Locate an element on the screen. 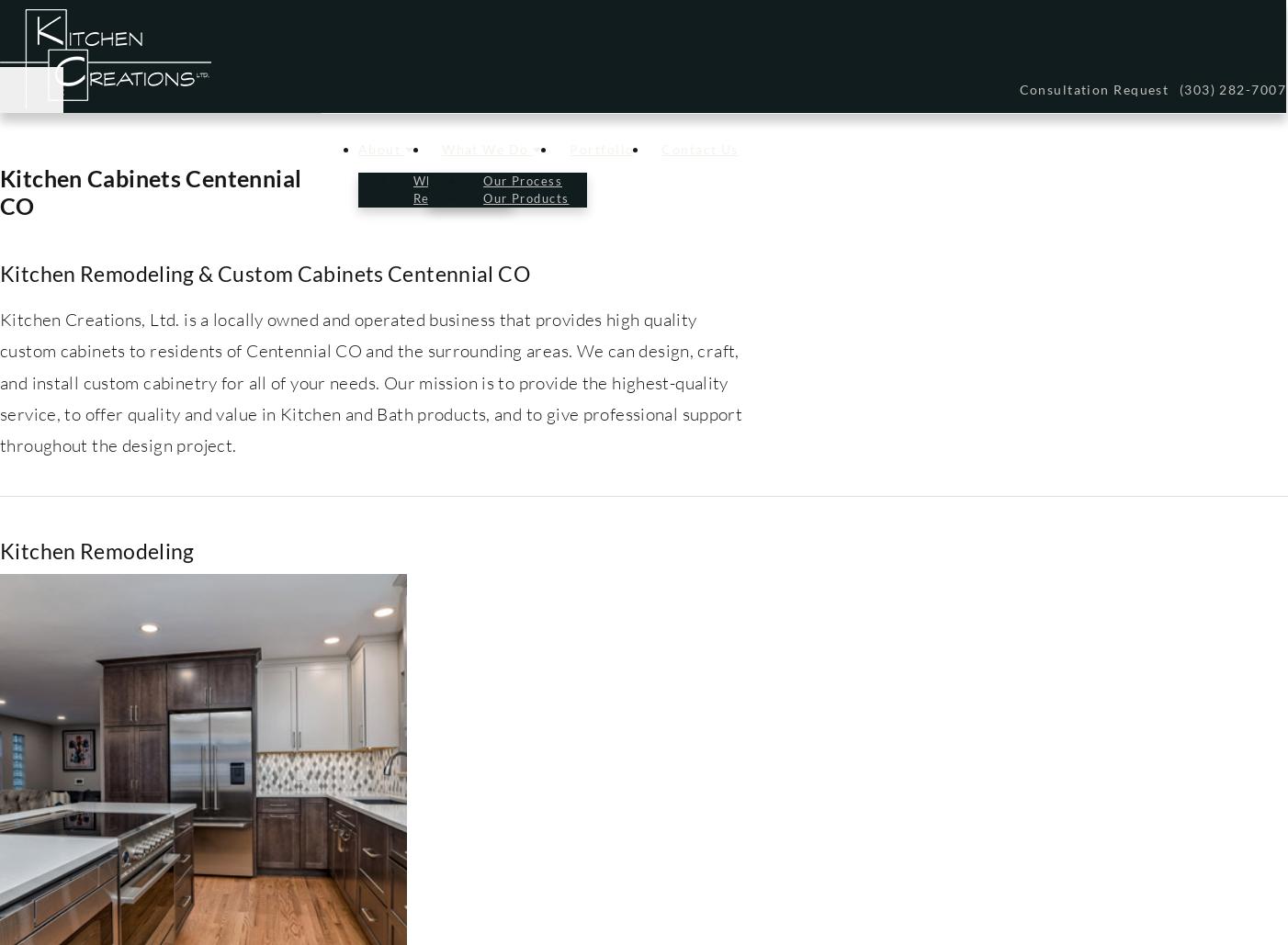 The width and height of the screenshot is (1288, 945). '(303) 282-7007' is located at coordinates (1232, 88).